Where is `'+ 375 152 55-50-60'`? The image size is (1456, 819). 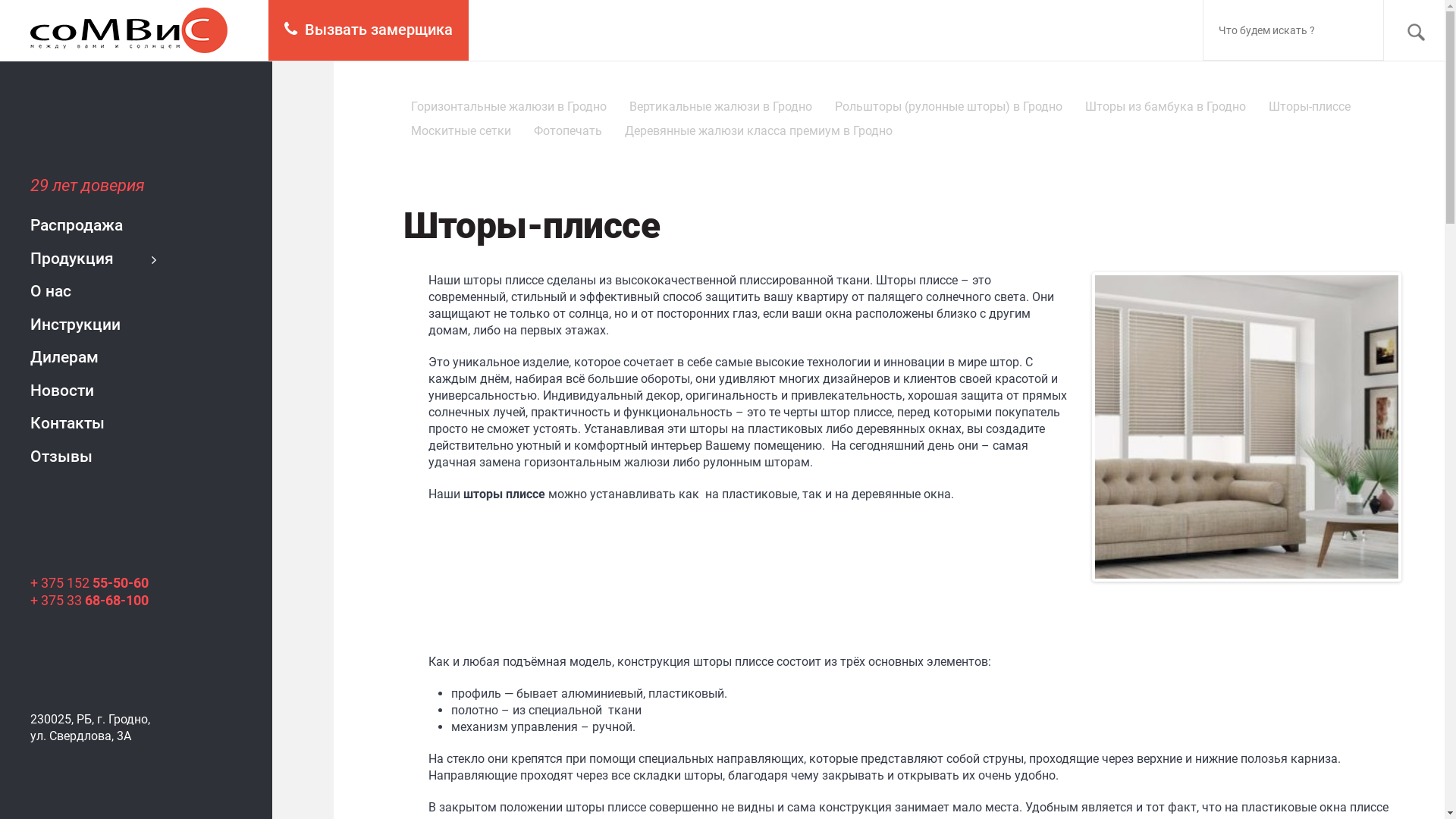 '+ 375 152 55-50-60' is located at coordinates (30, 582).